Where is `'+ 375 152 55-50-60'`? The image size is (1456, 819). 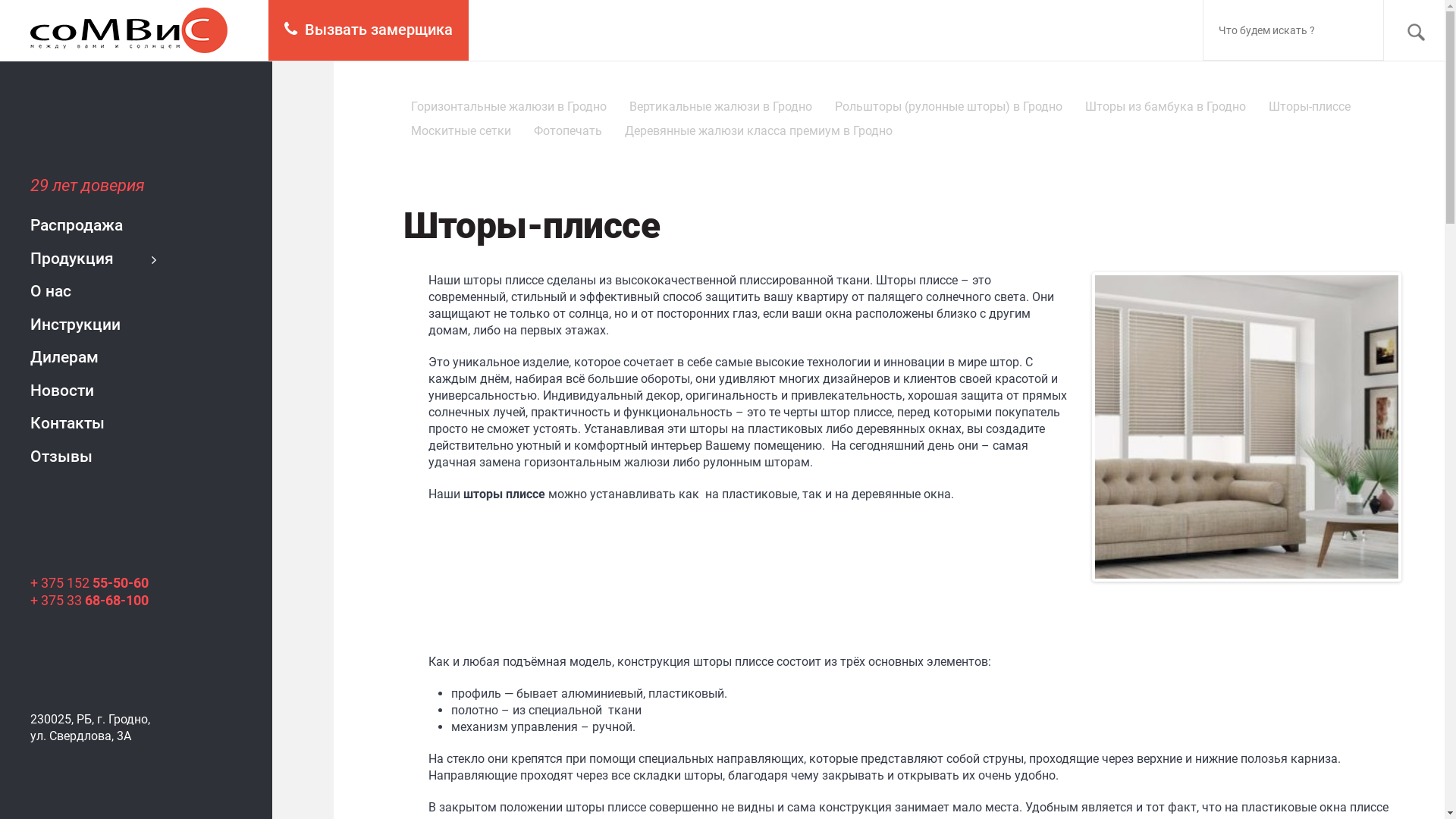 '+ 375 152 55-50-60' is located at coordinates (30, 582).